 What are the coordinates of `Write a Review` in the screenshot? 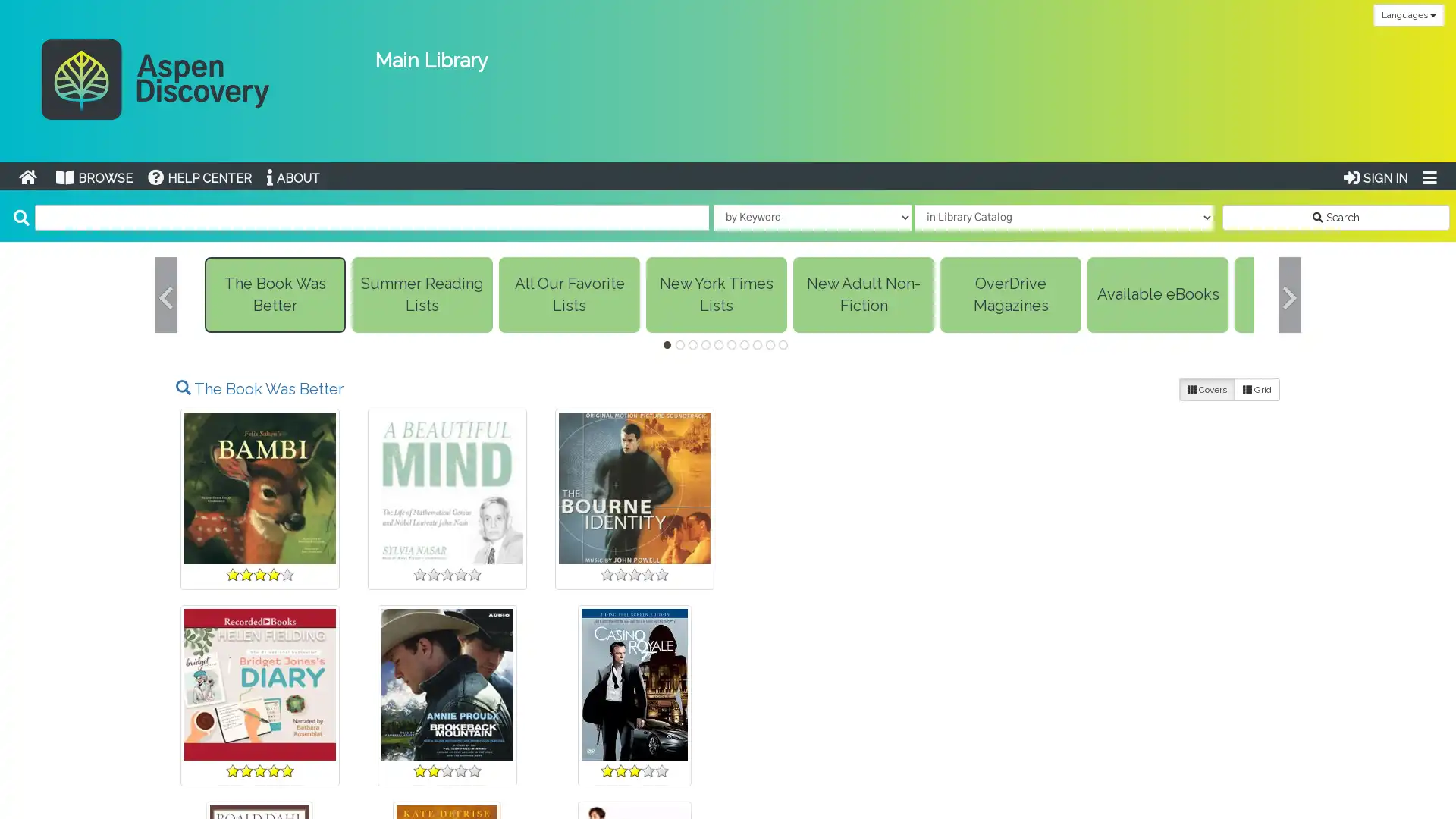 It's located at (446, 576).